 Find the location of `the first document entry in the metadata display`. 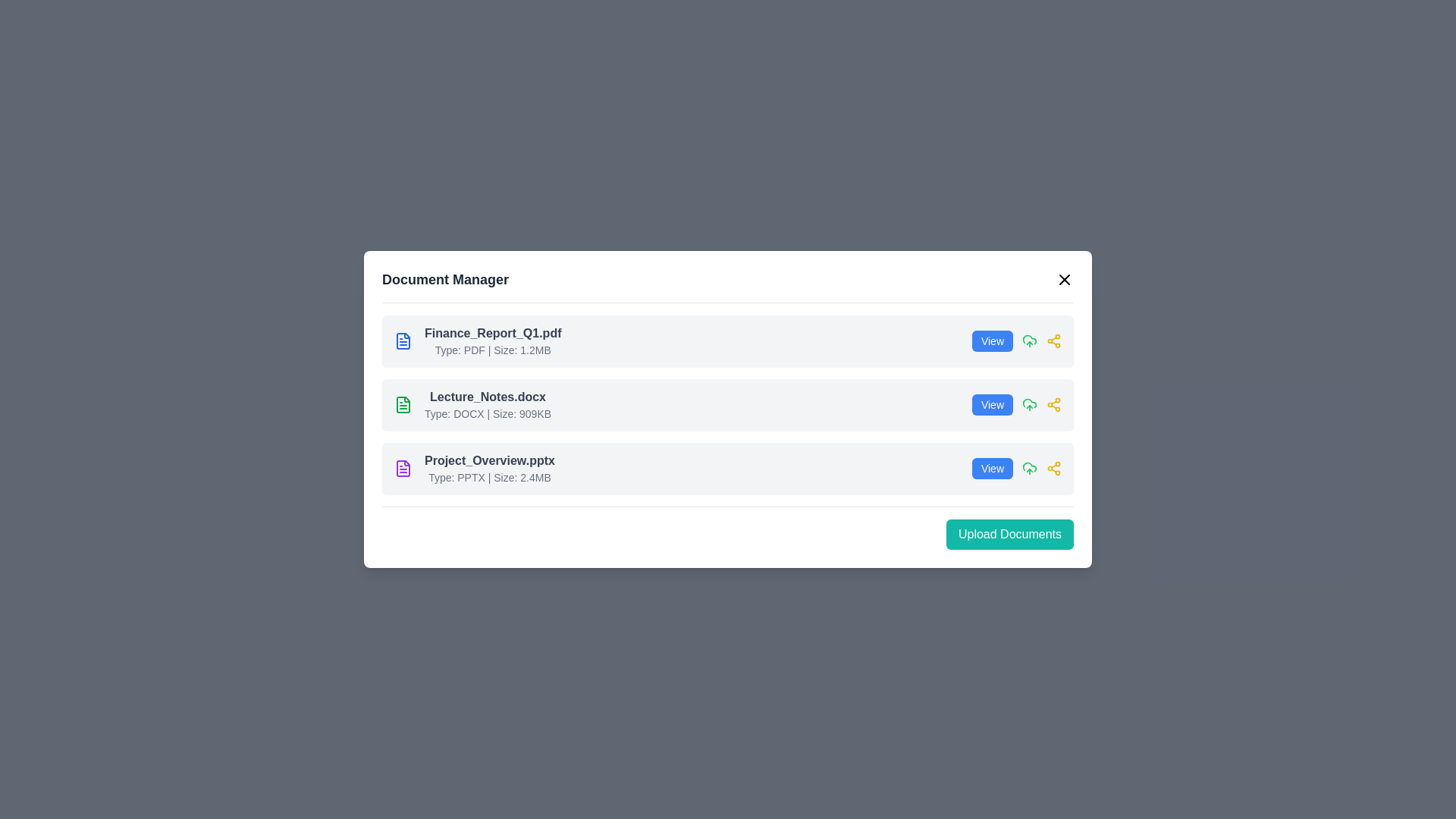

the first document entry in the metadata display is located at coordinates (493, 341).